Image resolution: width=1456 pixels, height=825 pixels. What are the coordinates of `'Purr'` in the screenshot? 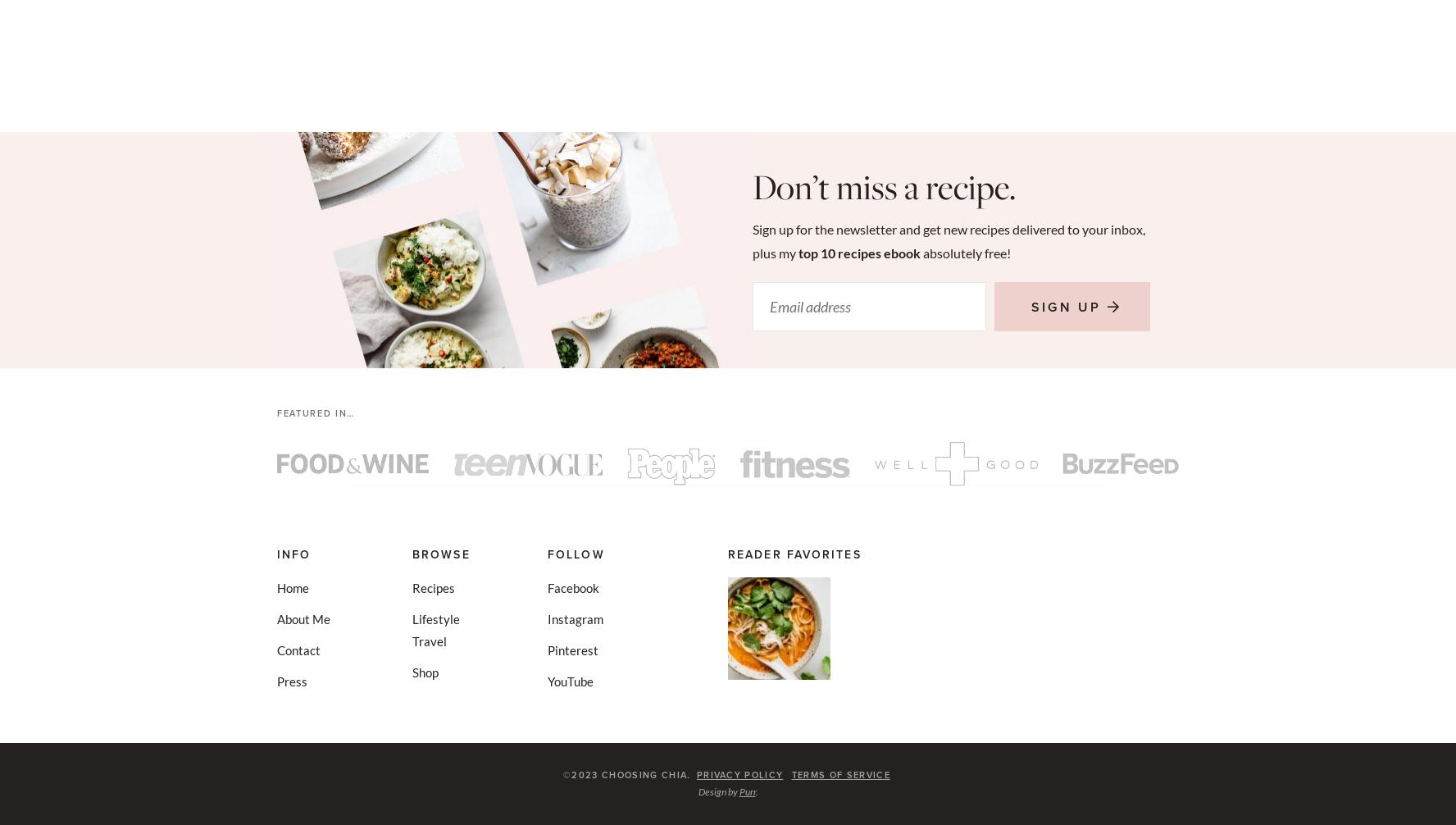 It's located at (746, 791).